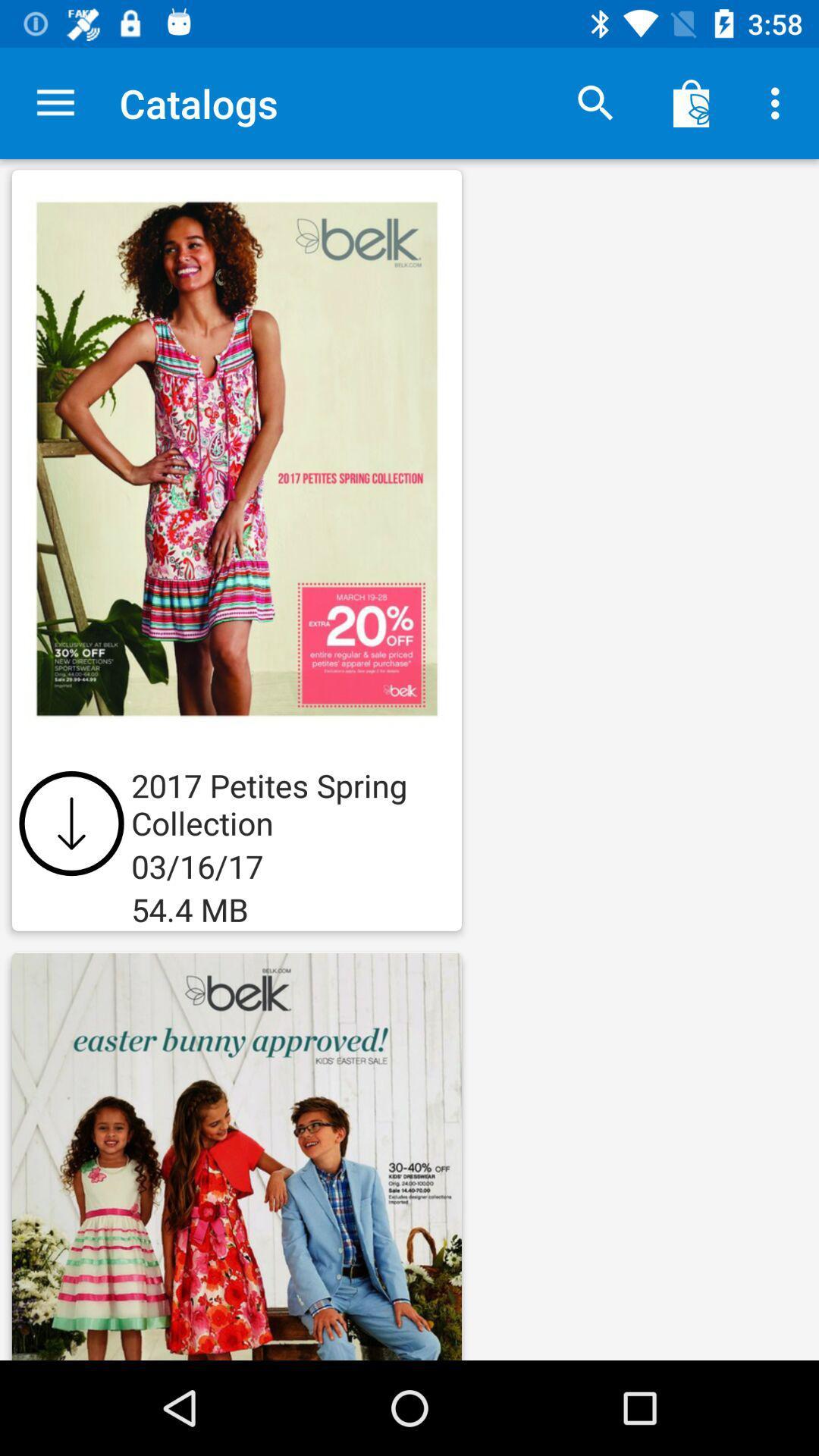  I want to click on the icon above the 54.4 mb item, so click(71, 822).